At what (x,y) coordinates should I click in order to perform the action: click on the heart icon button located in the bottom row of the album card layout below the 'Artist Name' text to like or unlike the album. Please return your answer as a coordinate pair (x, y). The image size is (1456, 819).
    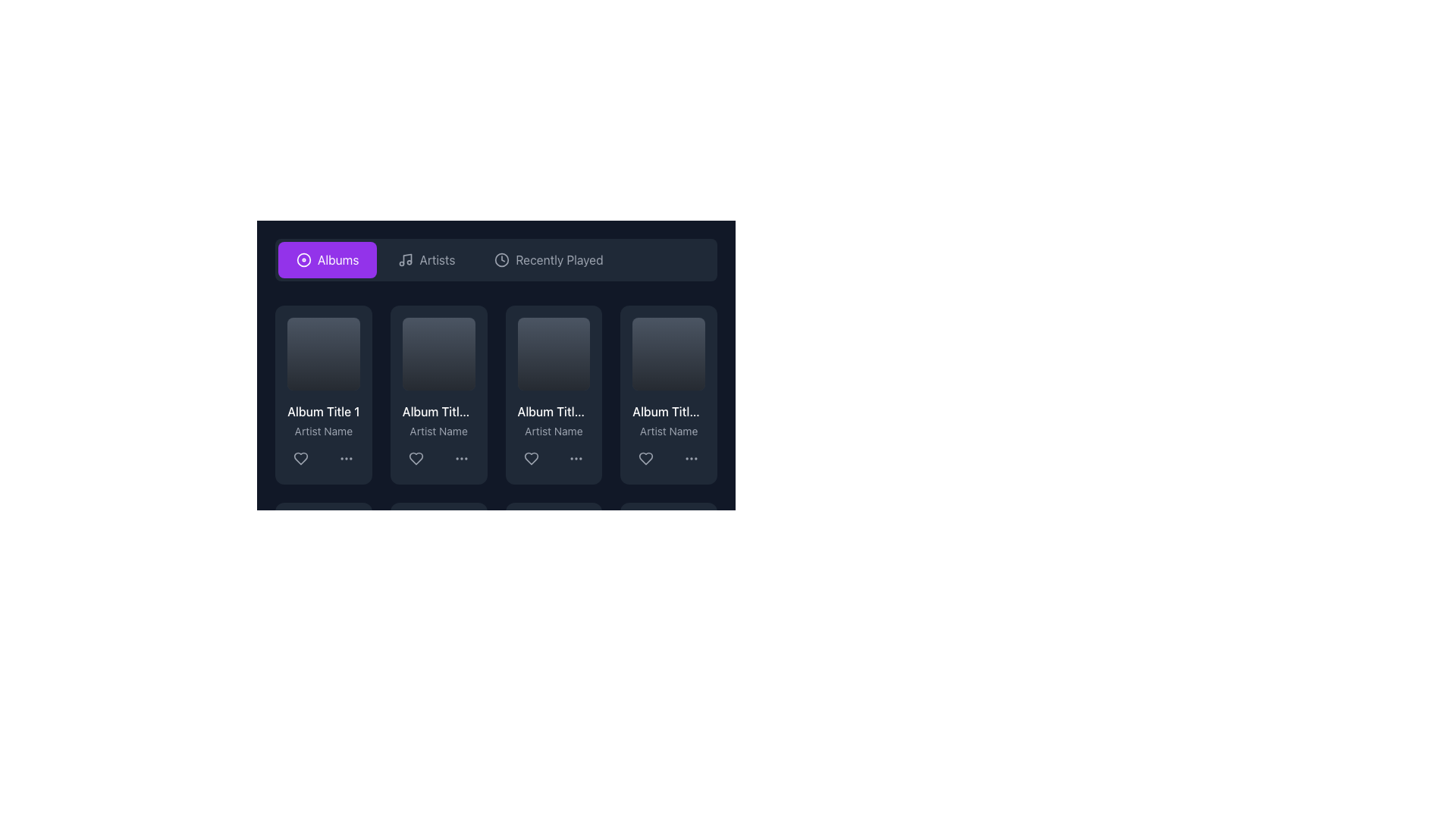
    Looking at the image, I should click on (531, 457).